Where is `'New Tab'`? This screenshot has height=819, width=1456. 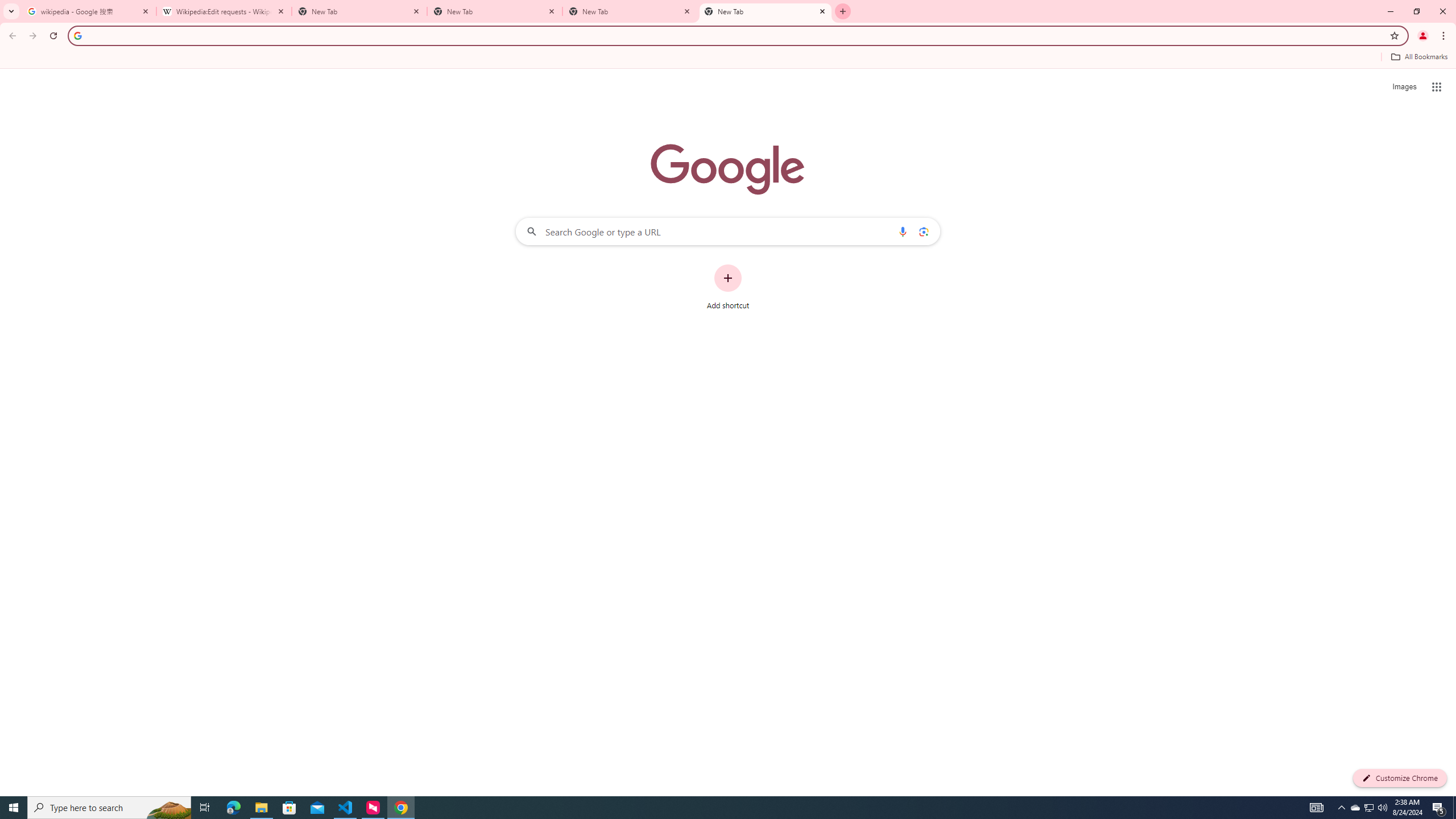 'New Tab' is located at coordinates (765, 11).